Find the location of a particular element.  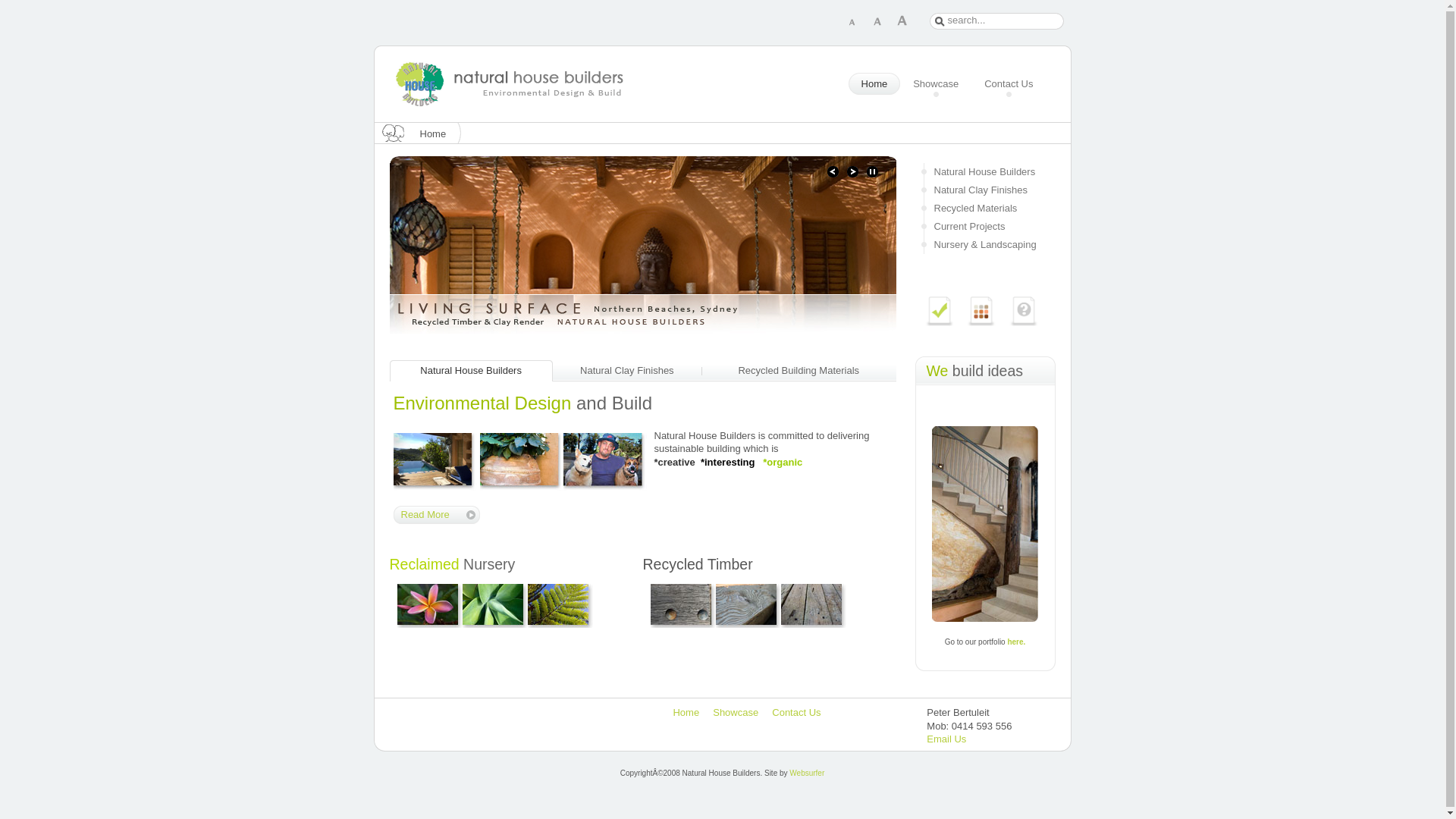

'We Love To Help!' is located at coordinates (1008, 309).